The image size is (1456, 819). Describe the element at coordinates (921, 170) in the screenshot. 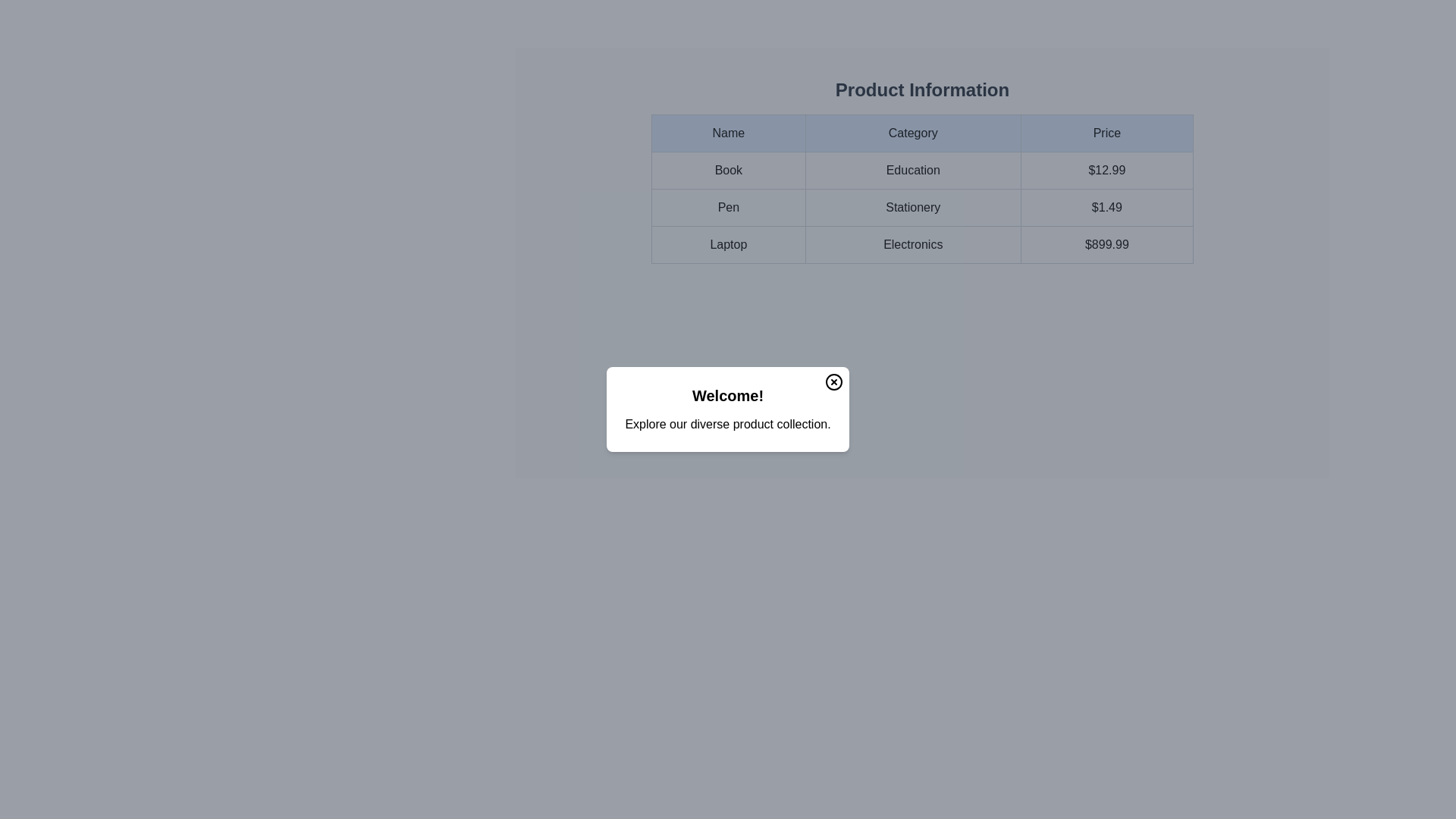

I see `the information contained in the first row of the 'Product Information' table, which displays details about the product: name ('Book'), category ('Education'), and price ('$12.99')` at that location.